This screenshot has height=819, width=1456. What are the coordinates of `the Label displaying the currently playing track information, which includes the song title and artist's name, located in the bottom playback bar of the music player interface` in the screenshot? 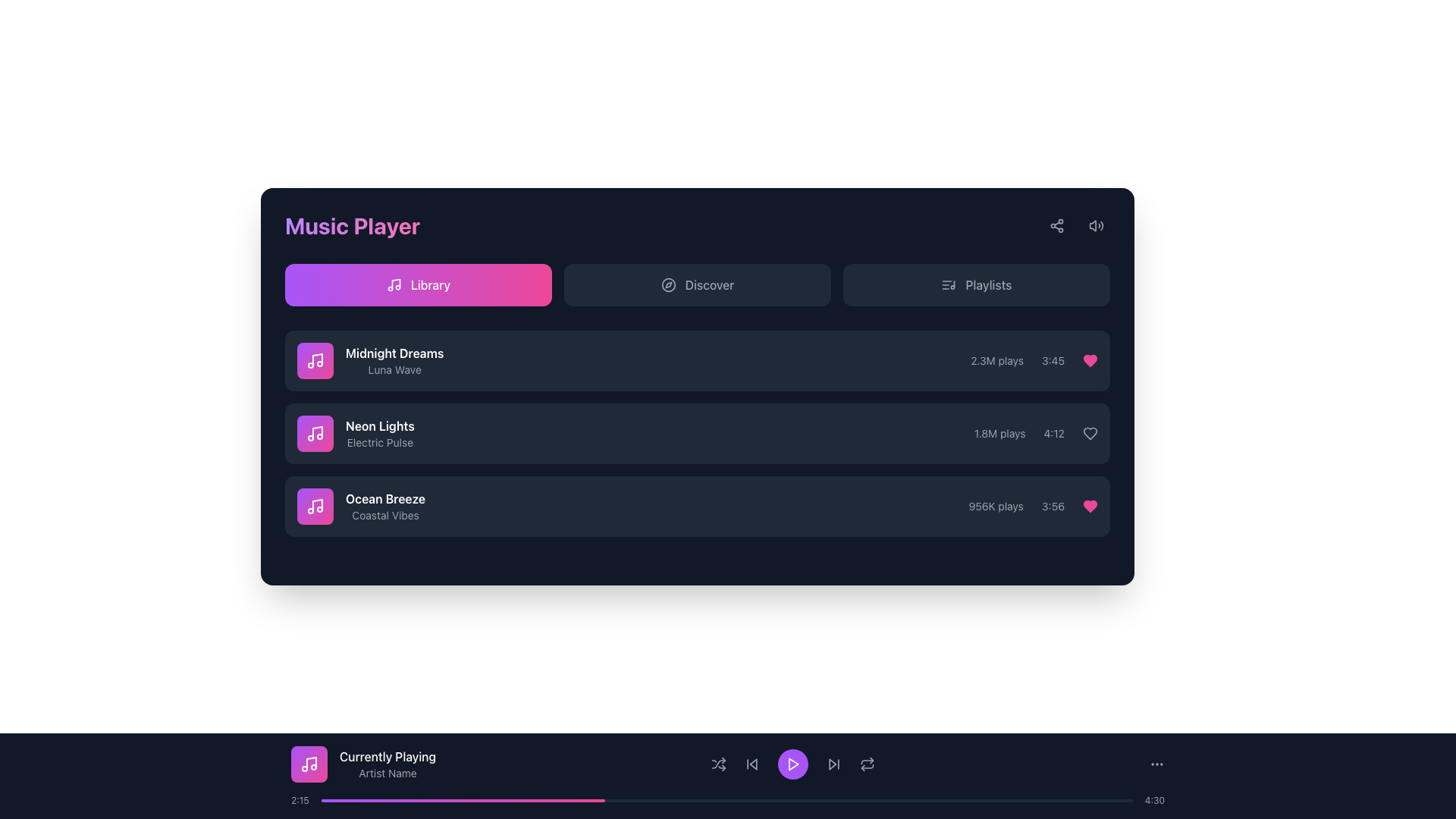 It's located at (388, 764).